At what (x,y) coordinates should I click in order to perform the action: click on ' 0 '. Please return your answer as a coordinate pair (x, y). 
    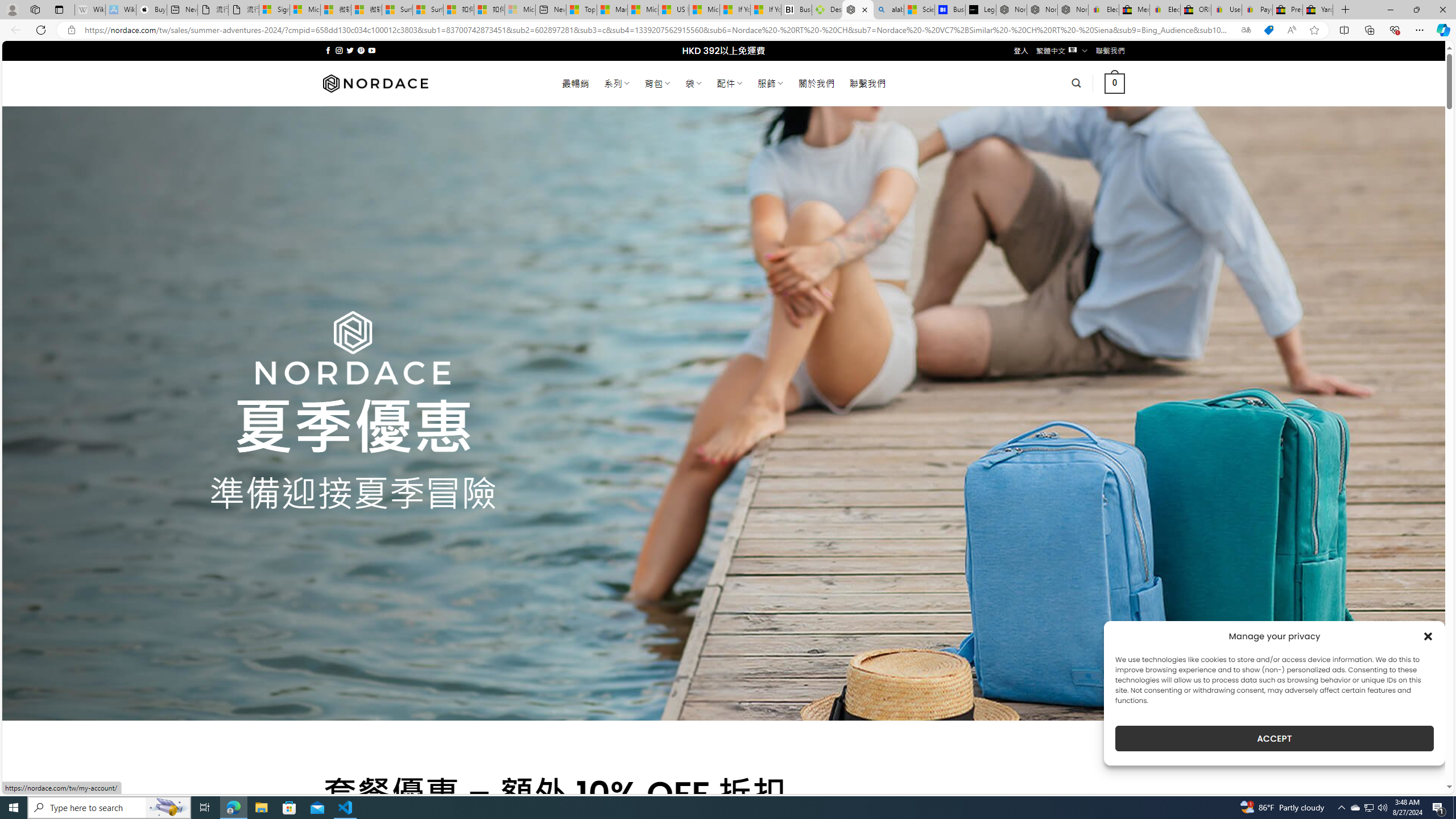
    Looking at the image, I should click on (1115, 82).